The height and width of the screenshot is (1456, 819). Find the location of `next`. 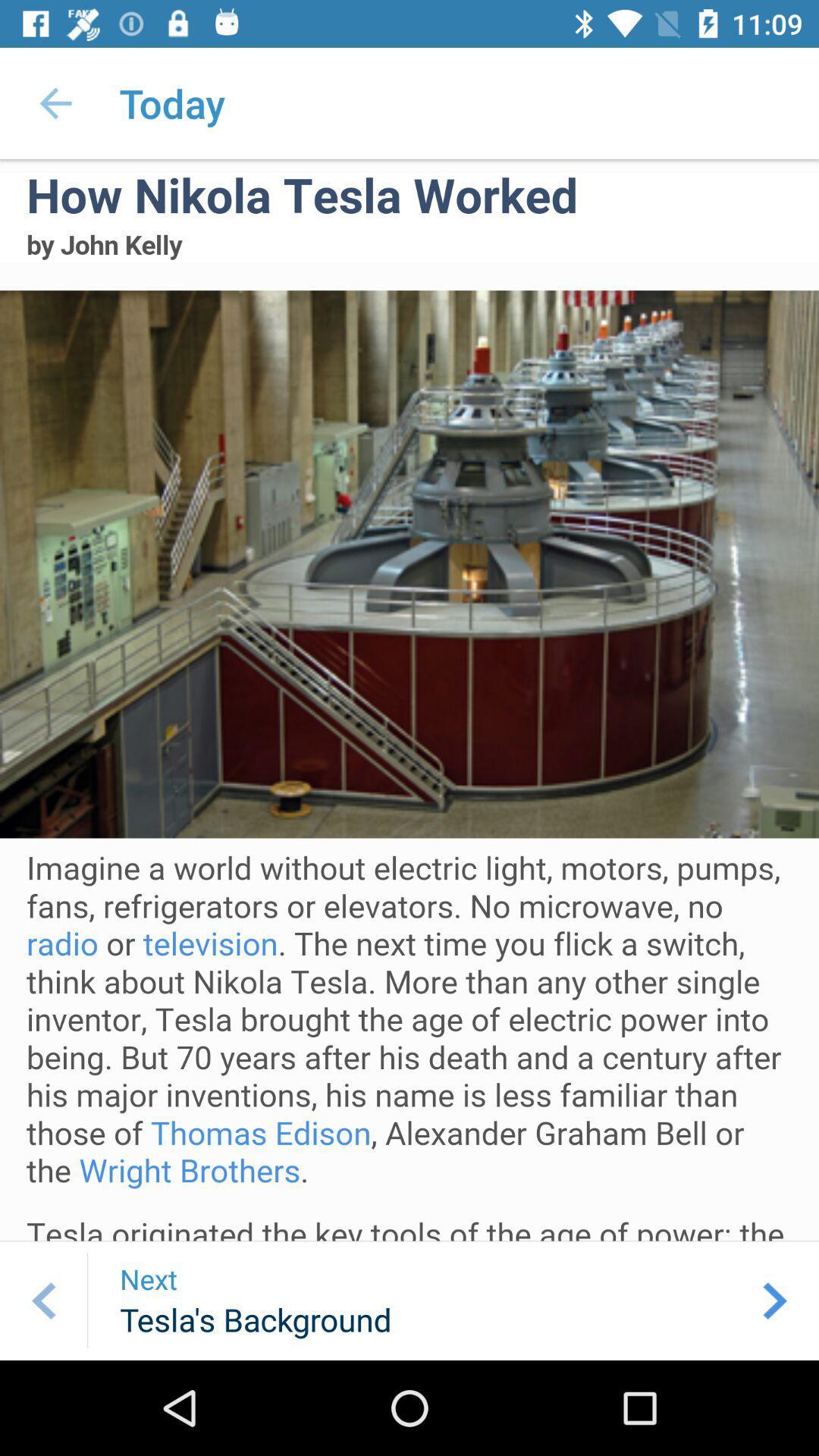

next is located at coordinates (775, 1300).